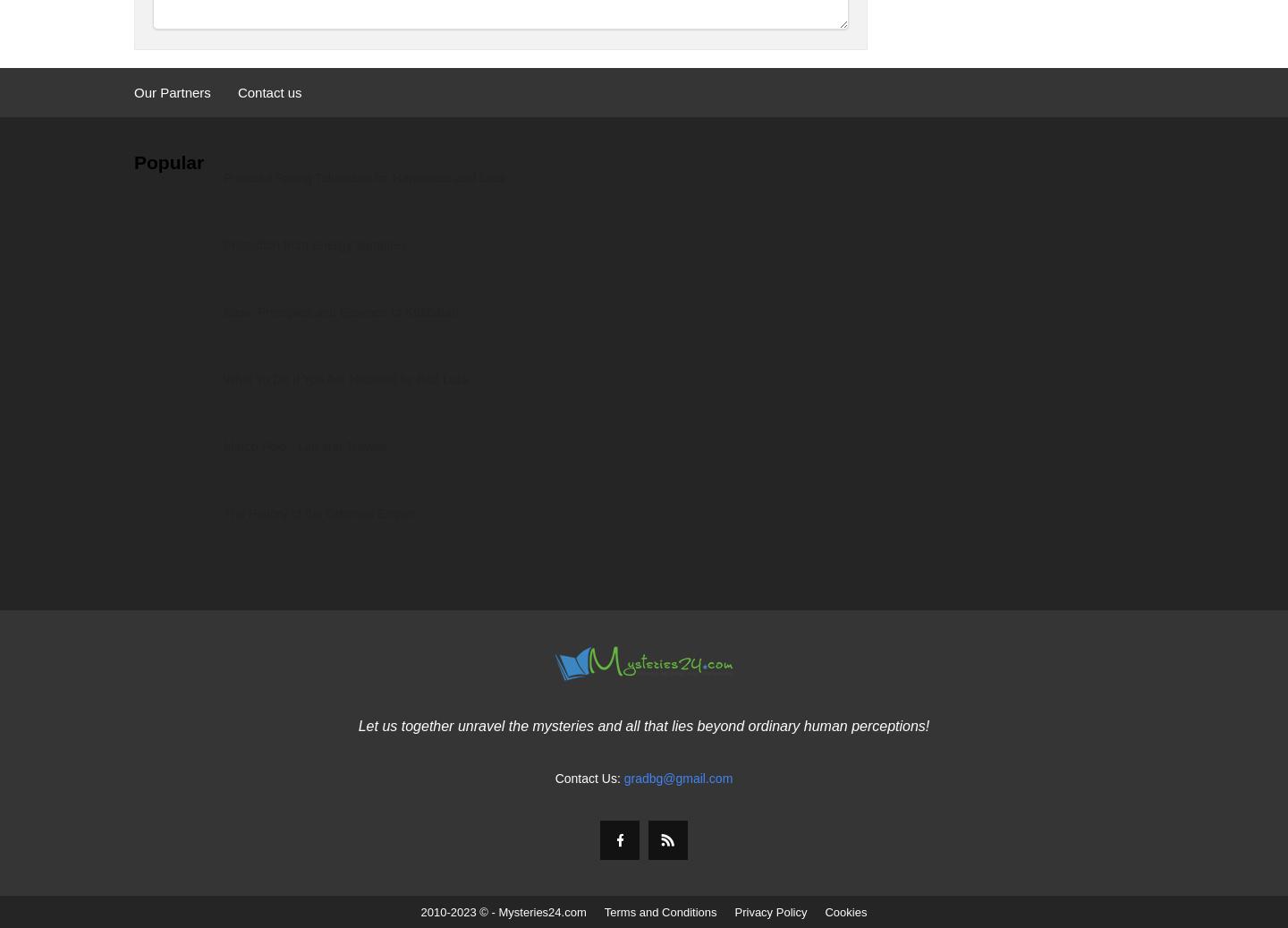 The height and width of the screenshot is (928, 1288). I want to click on '2010-2023 © - Mysteries24.com', so click(503, 912).